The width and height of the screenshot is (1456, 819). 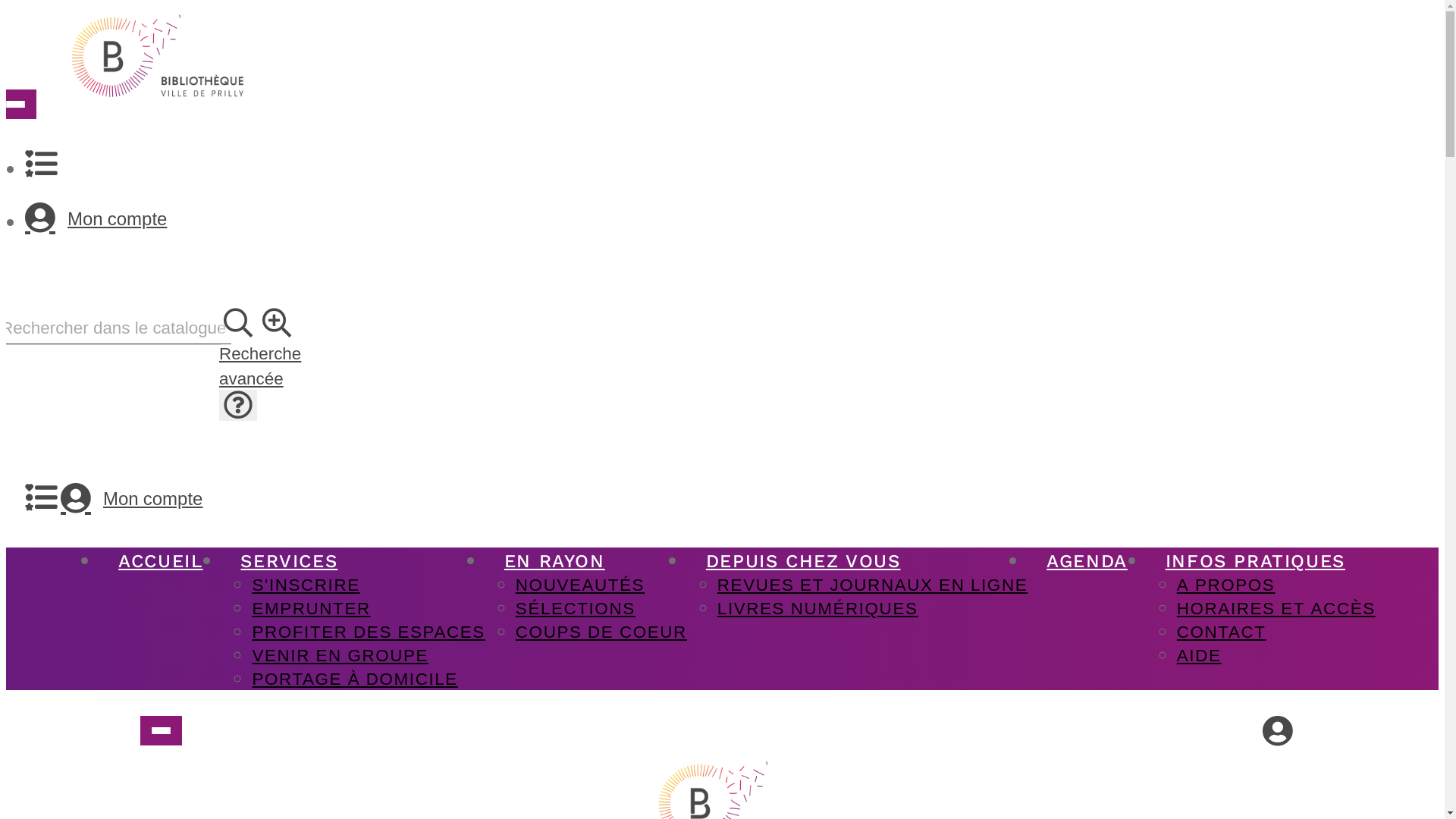 I want to click on 'CONTACT', so click(x=1222, y=631).